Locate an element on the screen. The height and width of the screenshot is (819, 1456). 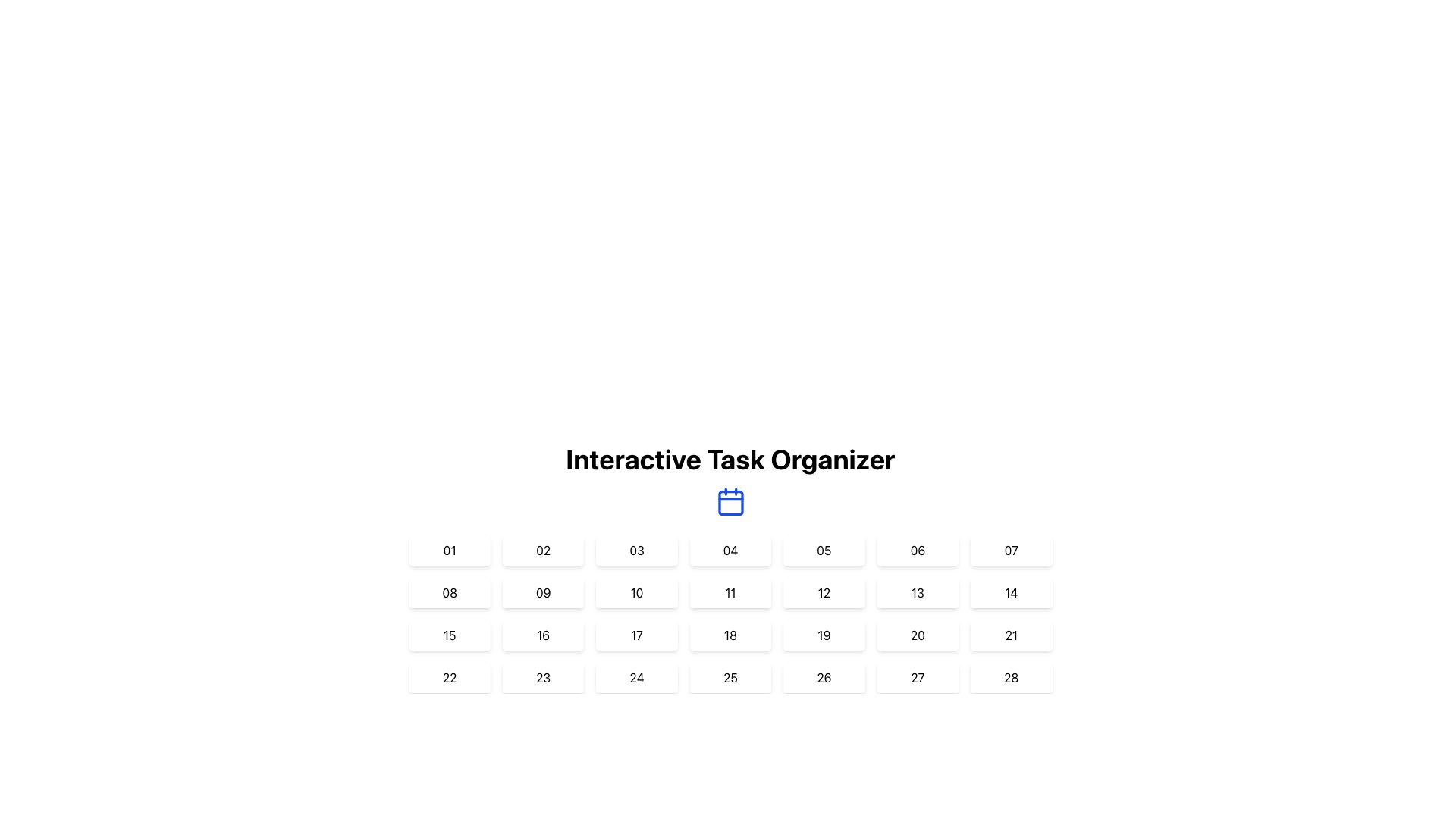
the interactive button is located at coordinates (1011, 550).